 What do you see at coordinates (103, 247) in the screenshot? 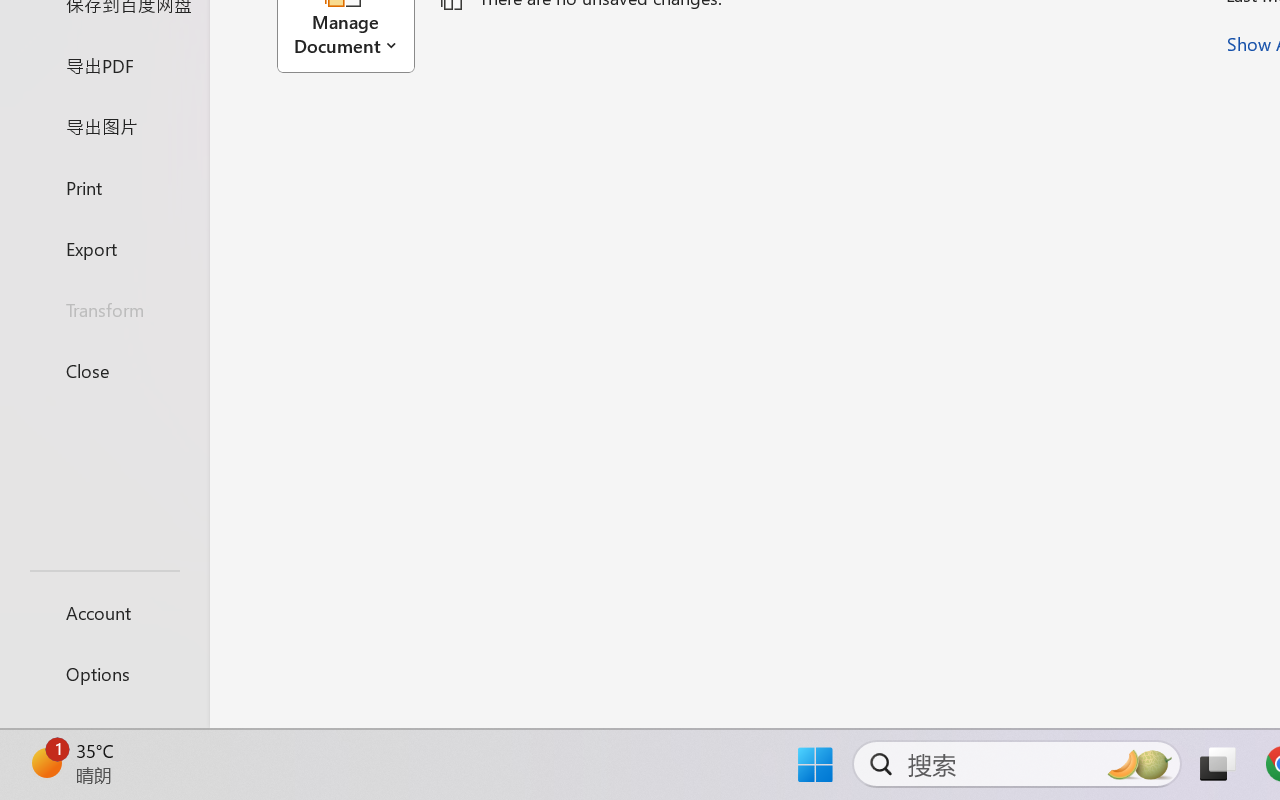
I see `'Export'` at bounding box center [103, 247].